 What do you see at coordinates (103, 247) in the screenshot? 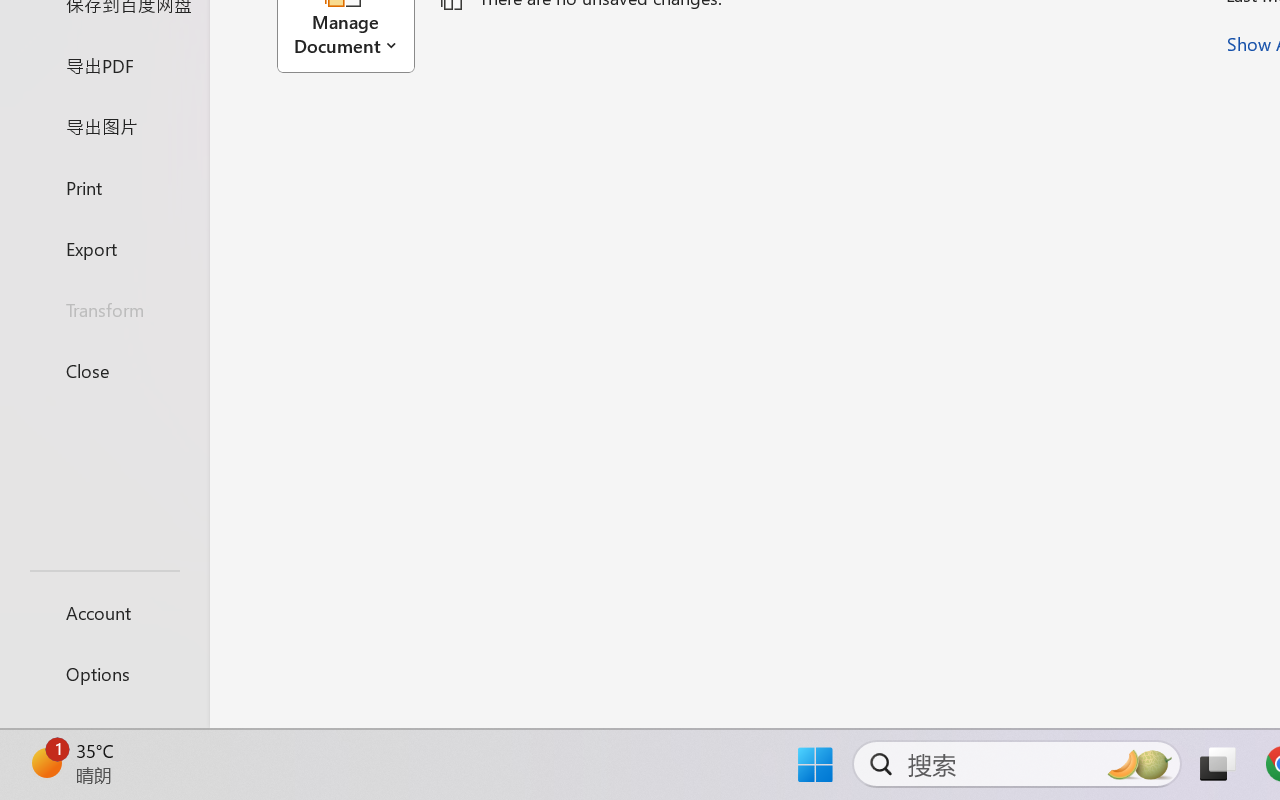
I see `'Export'` at bounding box center [103, 247].